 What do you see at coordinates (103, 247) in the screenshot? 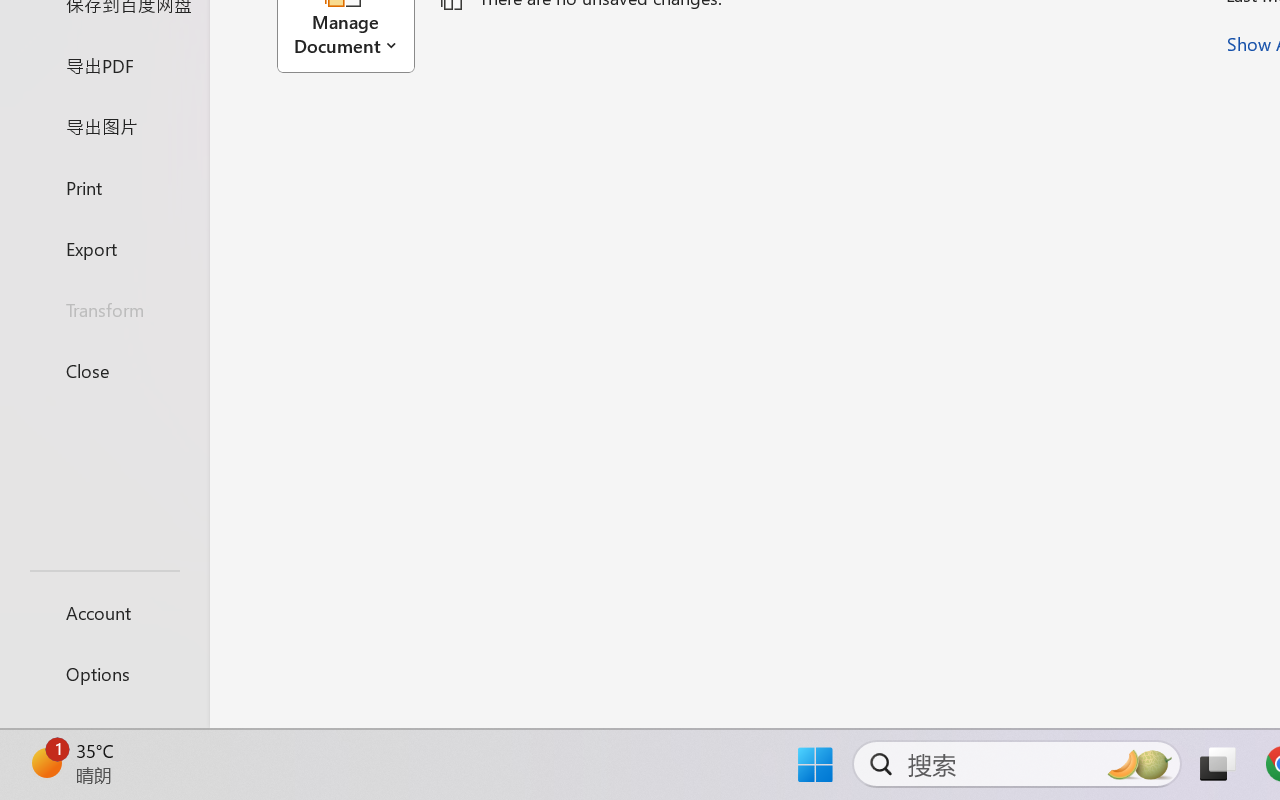
I see `'Export'` at bounding box center [103, 247].